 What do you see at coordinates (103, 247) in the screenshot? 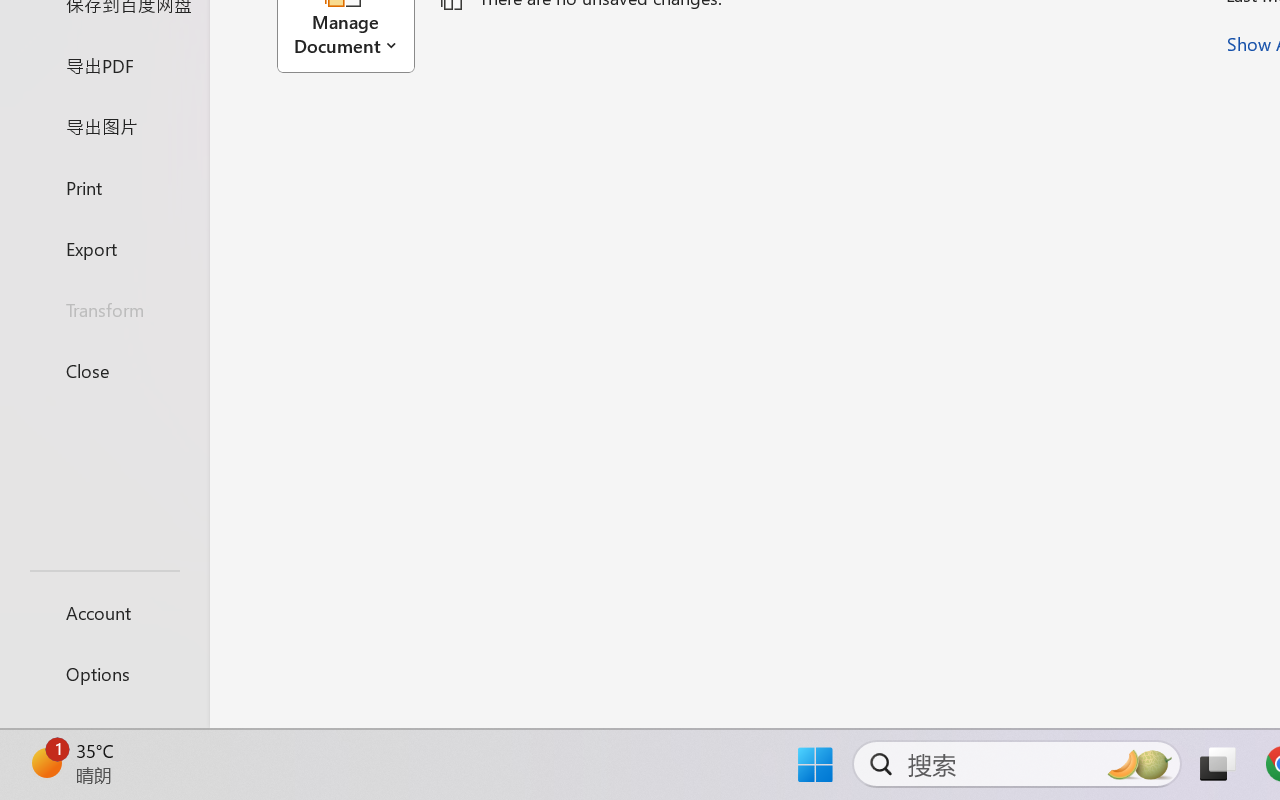
I see `'Export'` at bounding box center [103, 247].